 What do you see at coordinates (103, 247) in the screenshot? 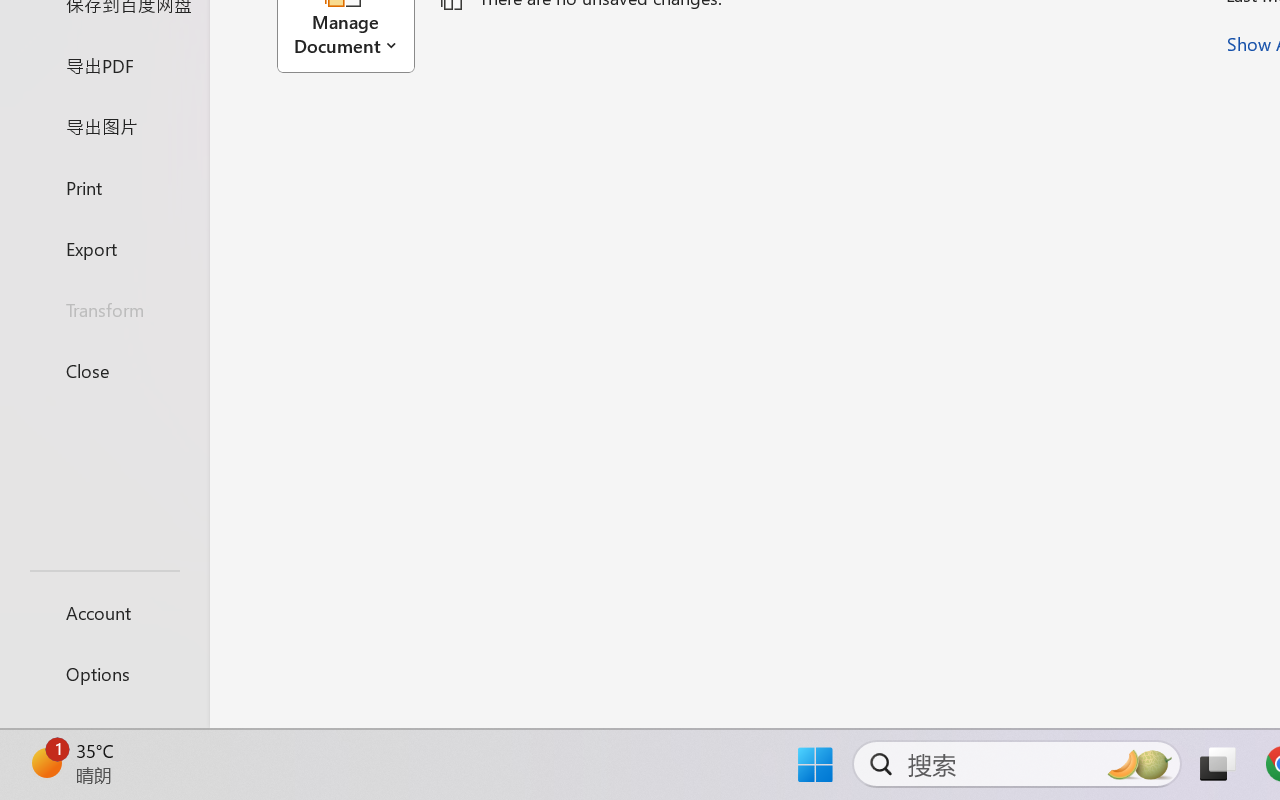
I see `'Export'` at bounding box center [103, 247].